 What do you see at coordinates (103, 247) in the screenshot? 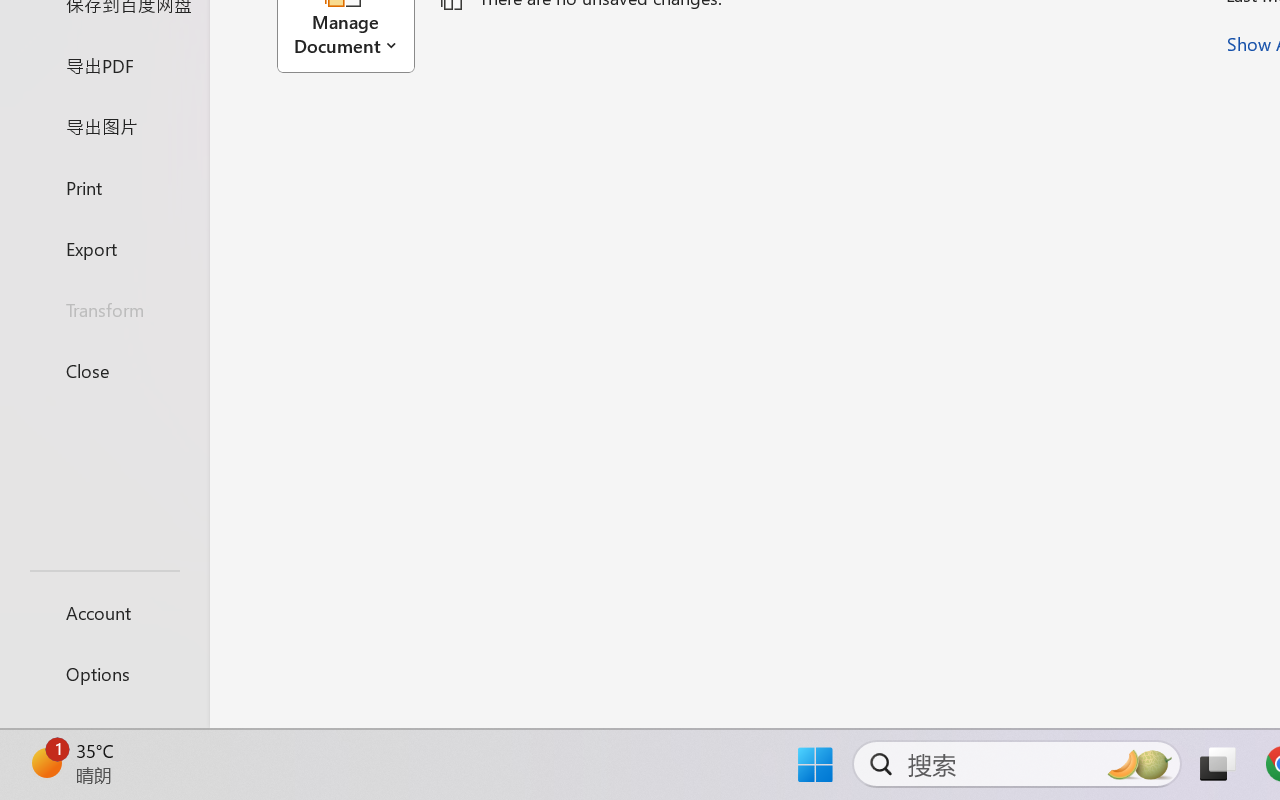
I see `'Export'` at bounding box center [103, 247].